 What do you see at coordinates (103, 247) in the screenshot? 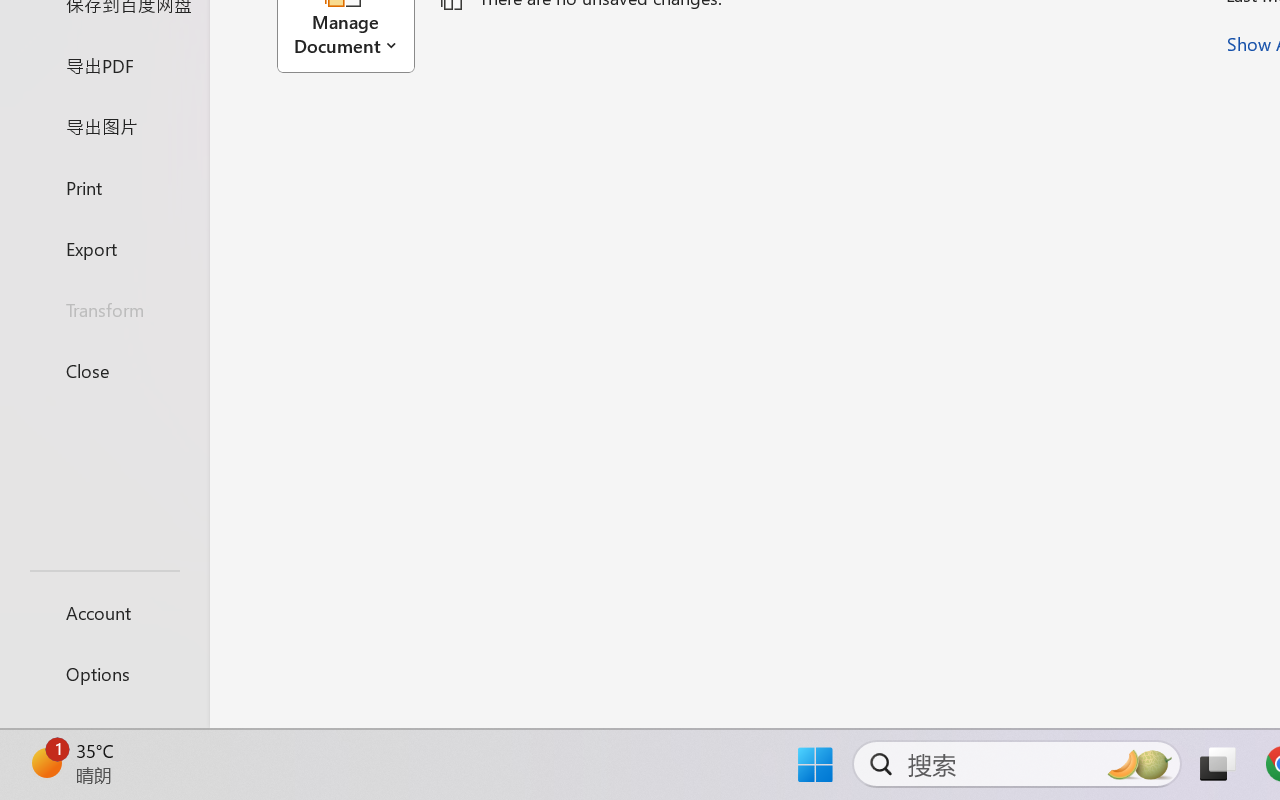
I see `'Export'` at bounding box center [103, 247].